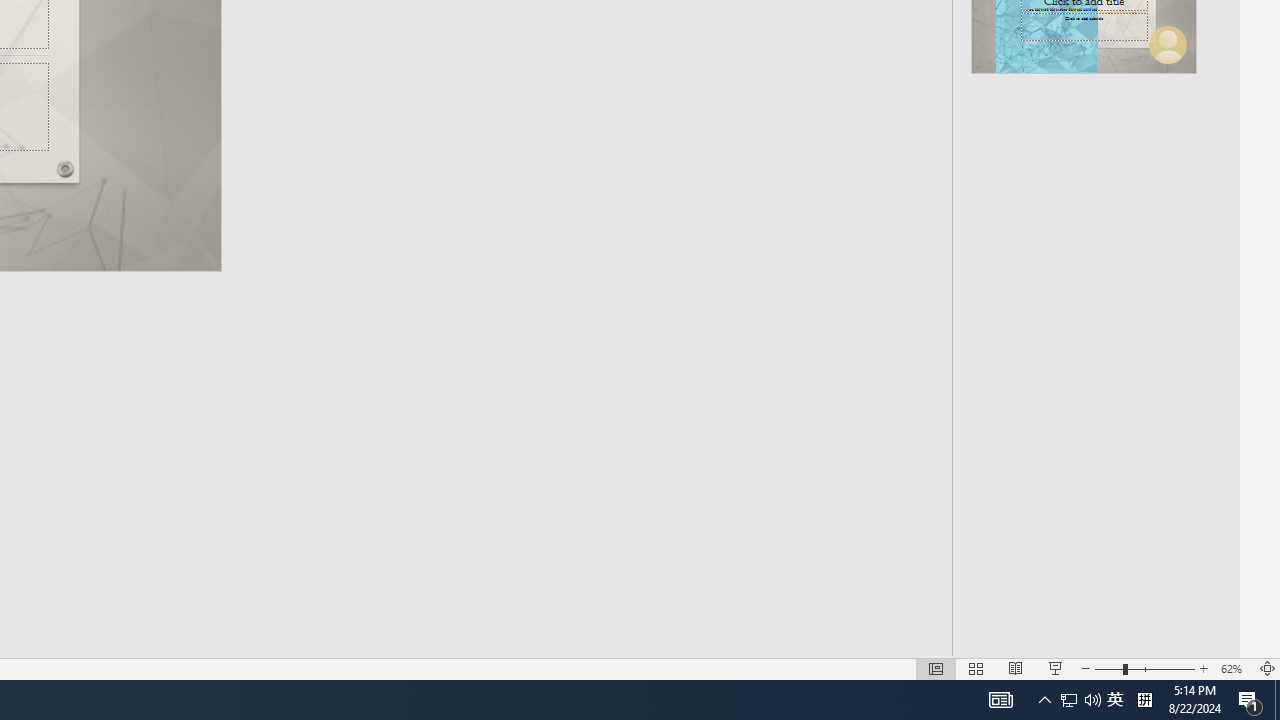 The height and width of the screenshot is (720, 1280). Describe the element at coordinates (1233, 669) in the screenshot. I see `'Zoom 62%'` at that location.